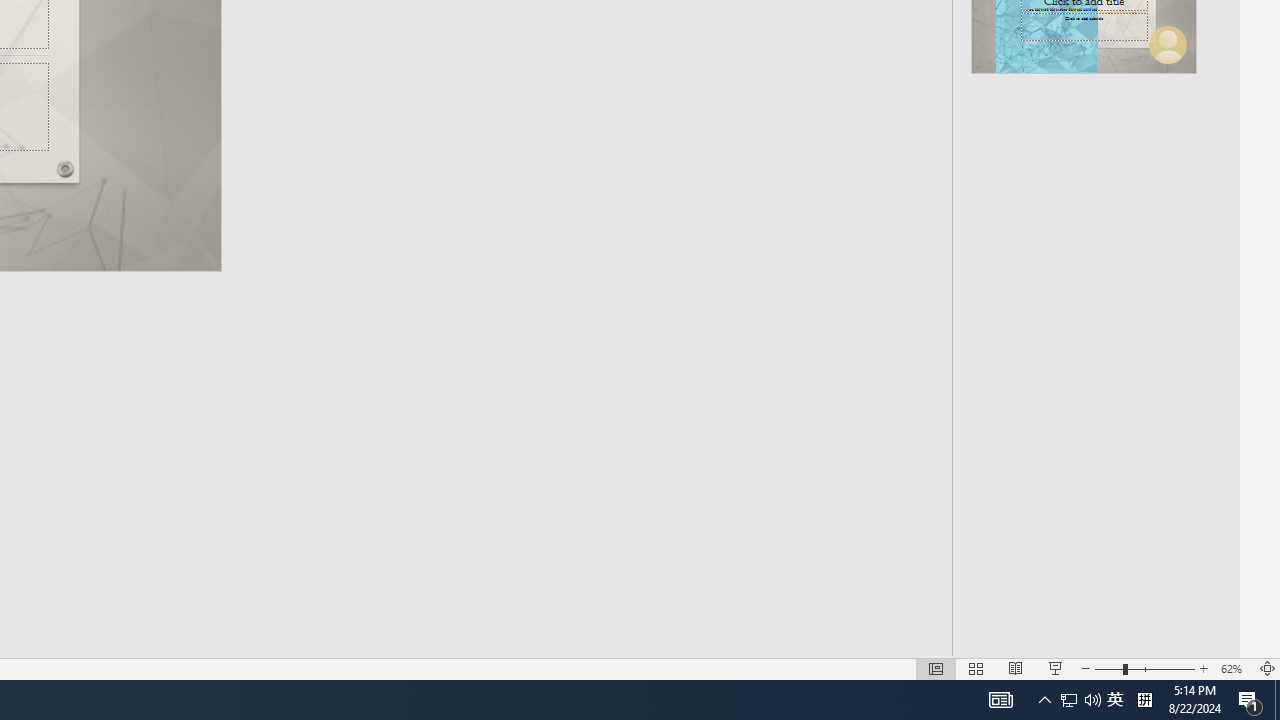 The height and width of the screenshot is (720, 1280). Describe the element at coordinates (1233, 669) in the screenshot. I see `'Zoom 62%'` at that location.